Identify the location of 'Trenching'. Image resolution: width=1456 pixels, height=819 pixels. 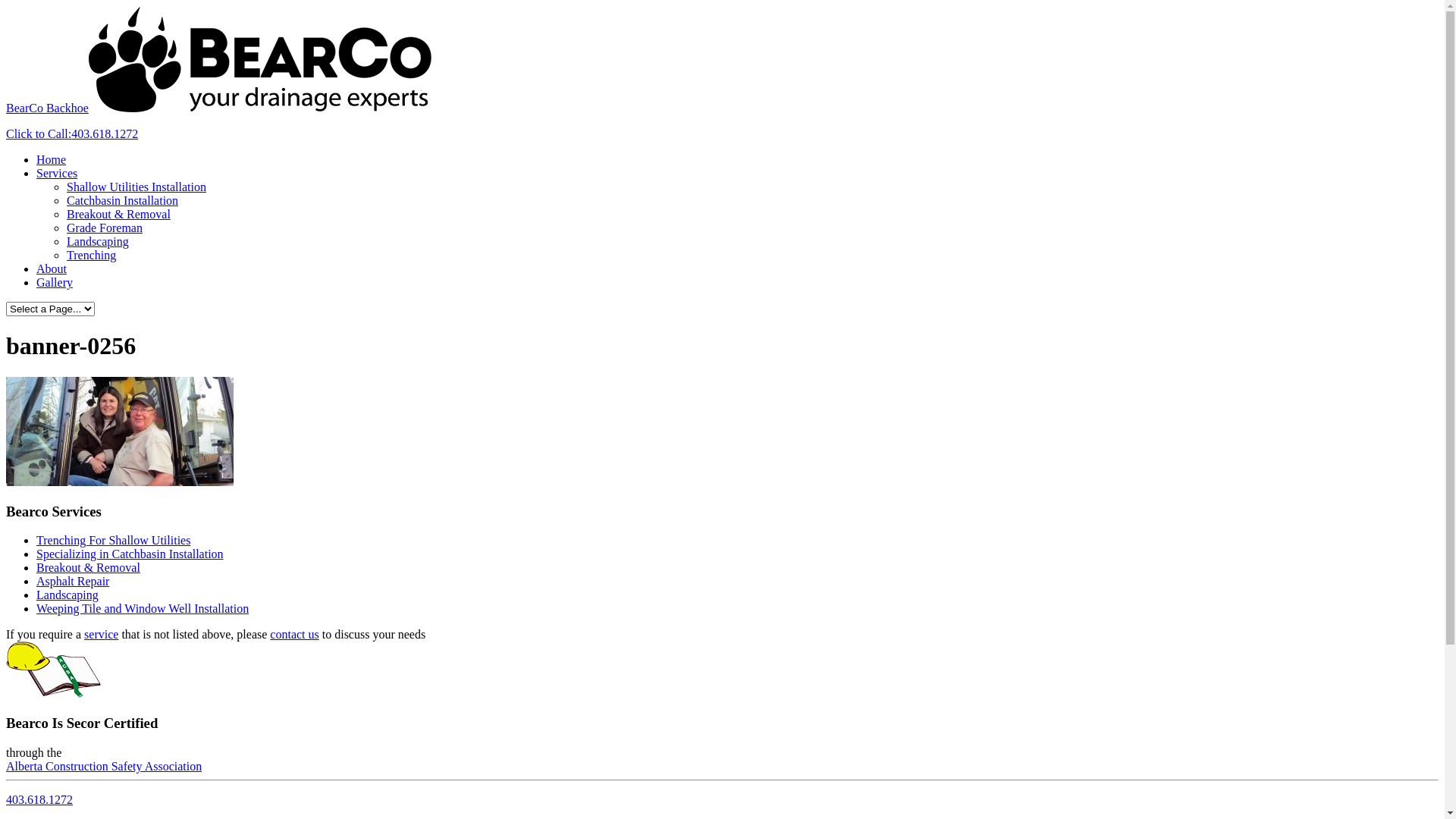
(90, 254).